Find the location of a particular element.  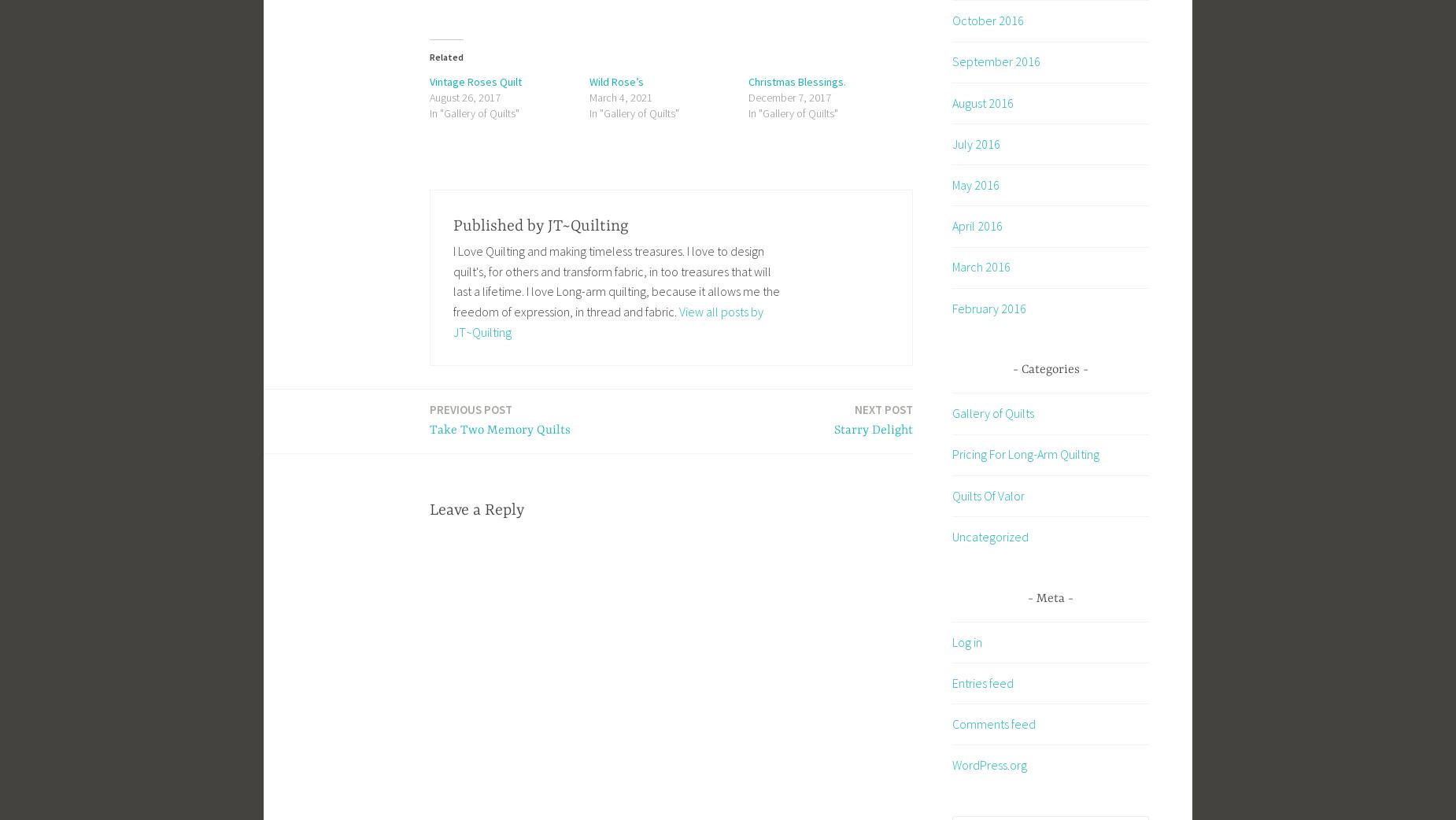

'September 2016' is located at coordinates (995, 61).